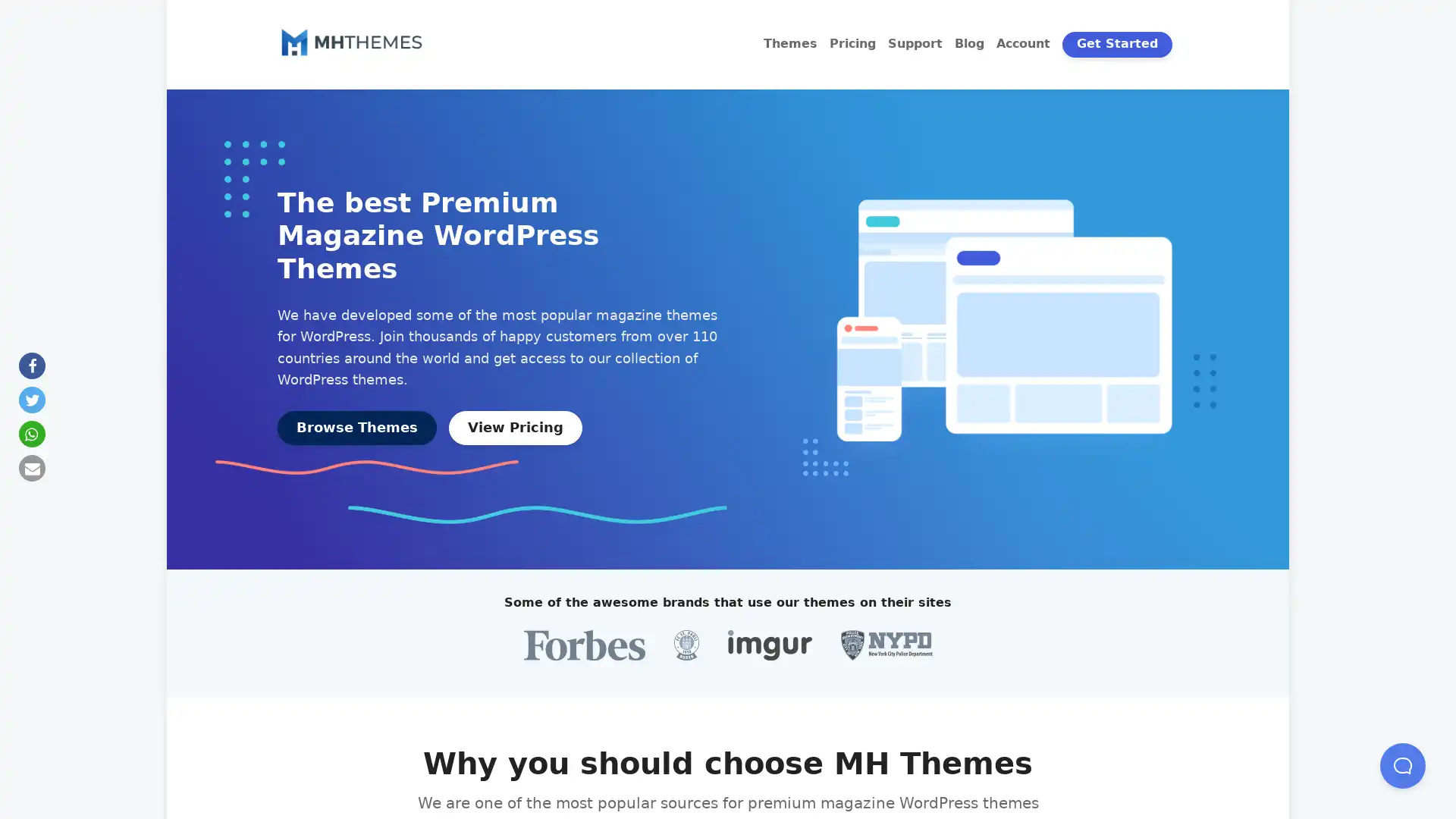 Image resolution: width=1456 pixels, height=819 pixels. Describe the element at coordinates (32, 399) in the screenshot. I see `Share on Twitter` at that location.